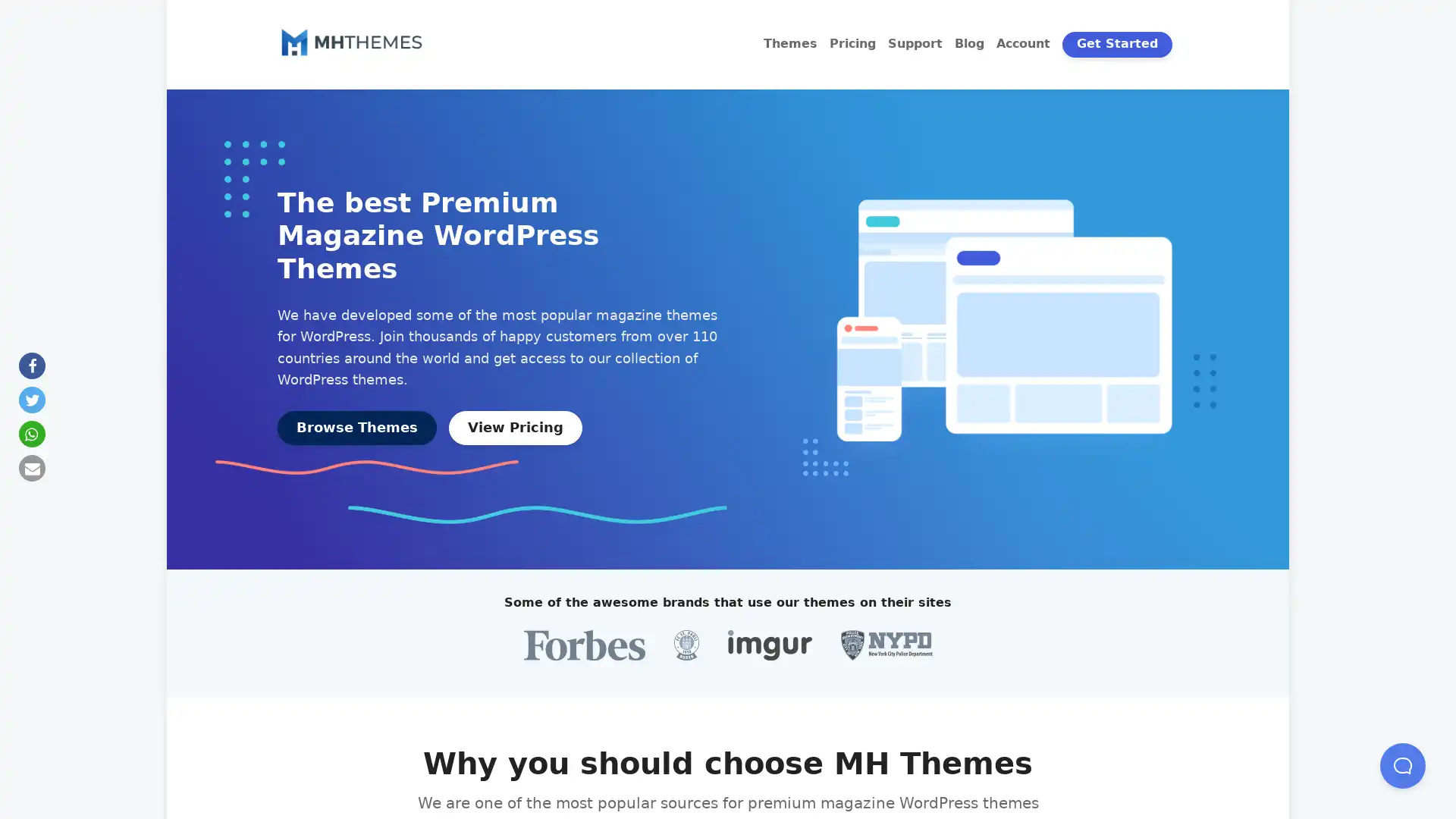 Image resolution: width=1456 pixels, height=819 pixels. Describe the element at coordinates (32, 399) in the screenshot. I see `Share on Twitter` at that location.